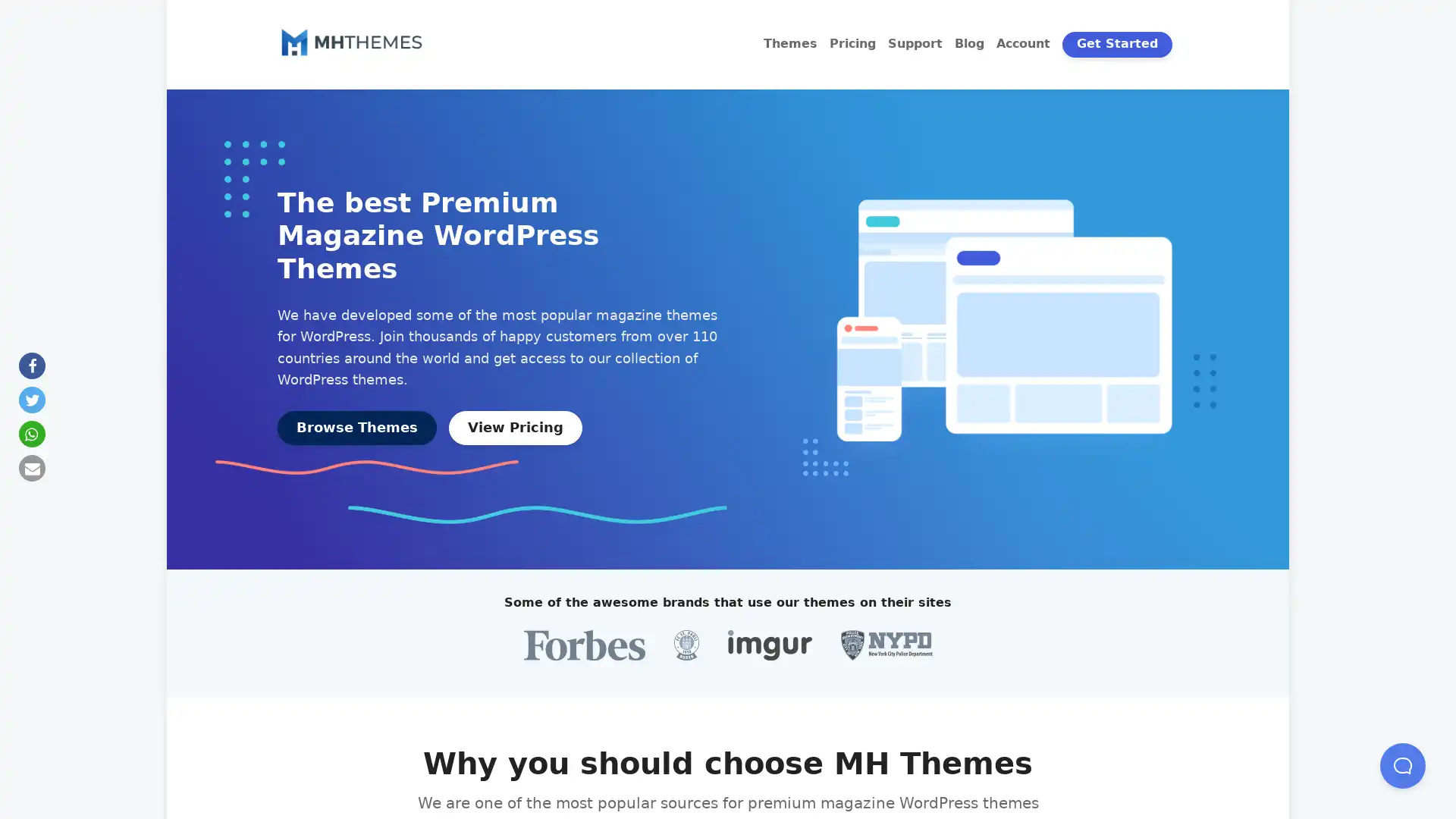 Image resolution: width=1456 pixels, height=819 pixels. Describe the element at coordinates (32, 399) in the screenshot. I see `Share on Twitter` at that location.